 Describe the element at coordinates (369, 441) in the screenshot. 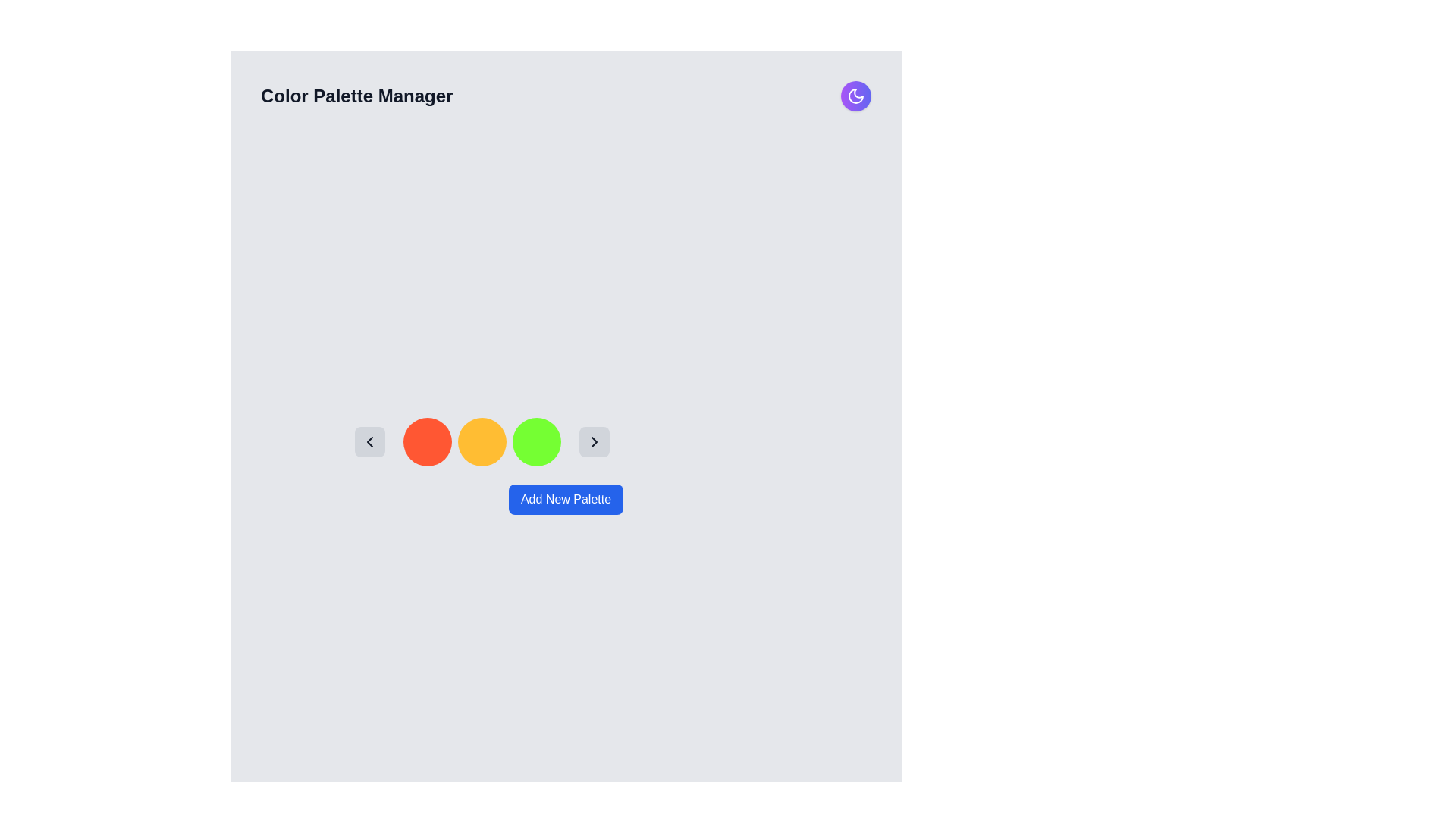

I see `the chevron icon button located in a gray rounded rectangle` at that location.